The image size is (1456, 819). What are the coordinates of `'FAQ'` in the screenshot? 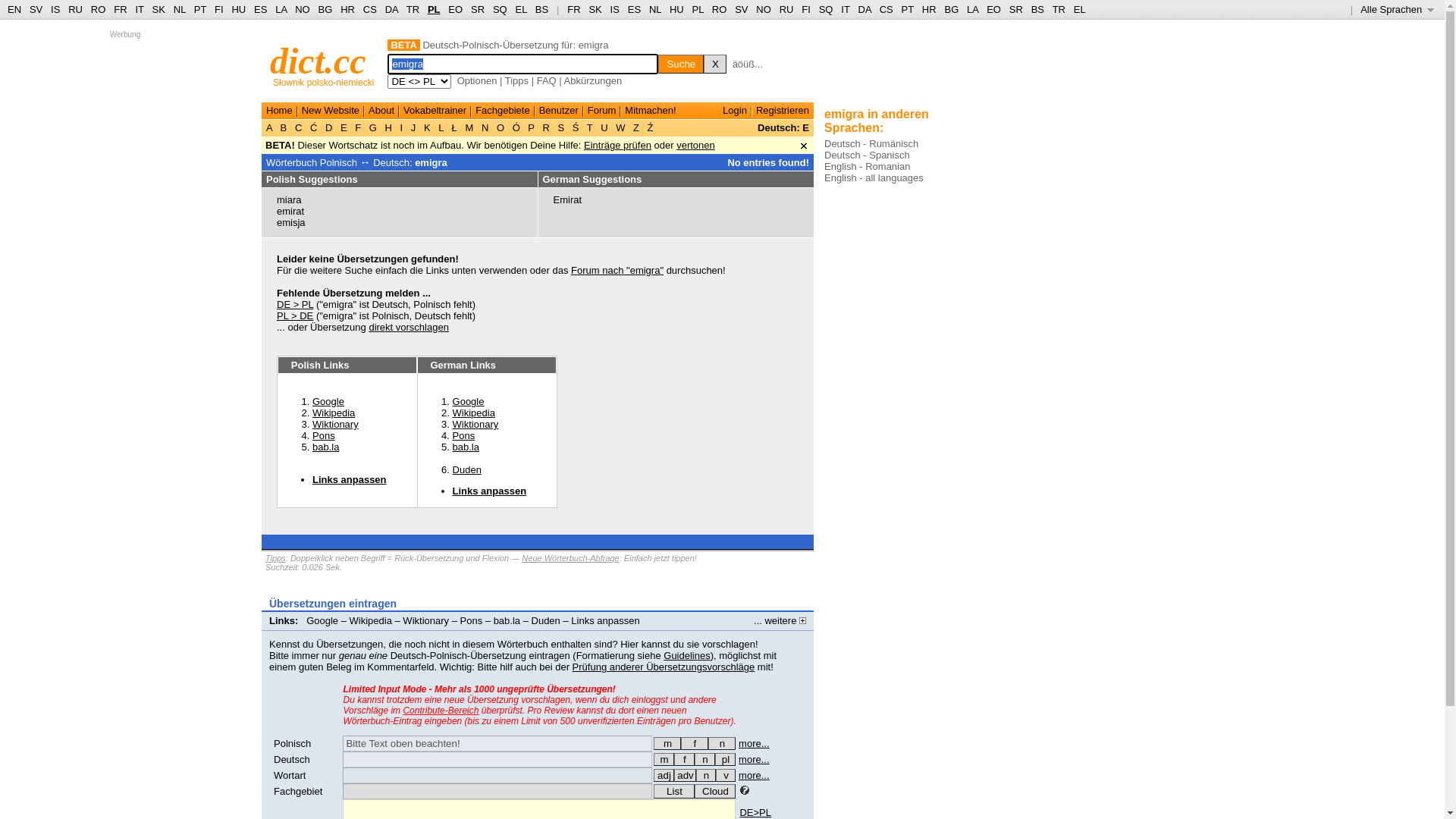 It's located at (546, 80).